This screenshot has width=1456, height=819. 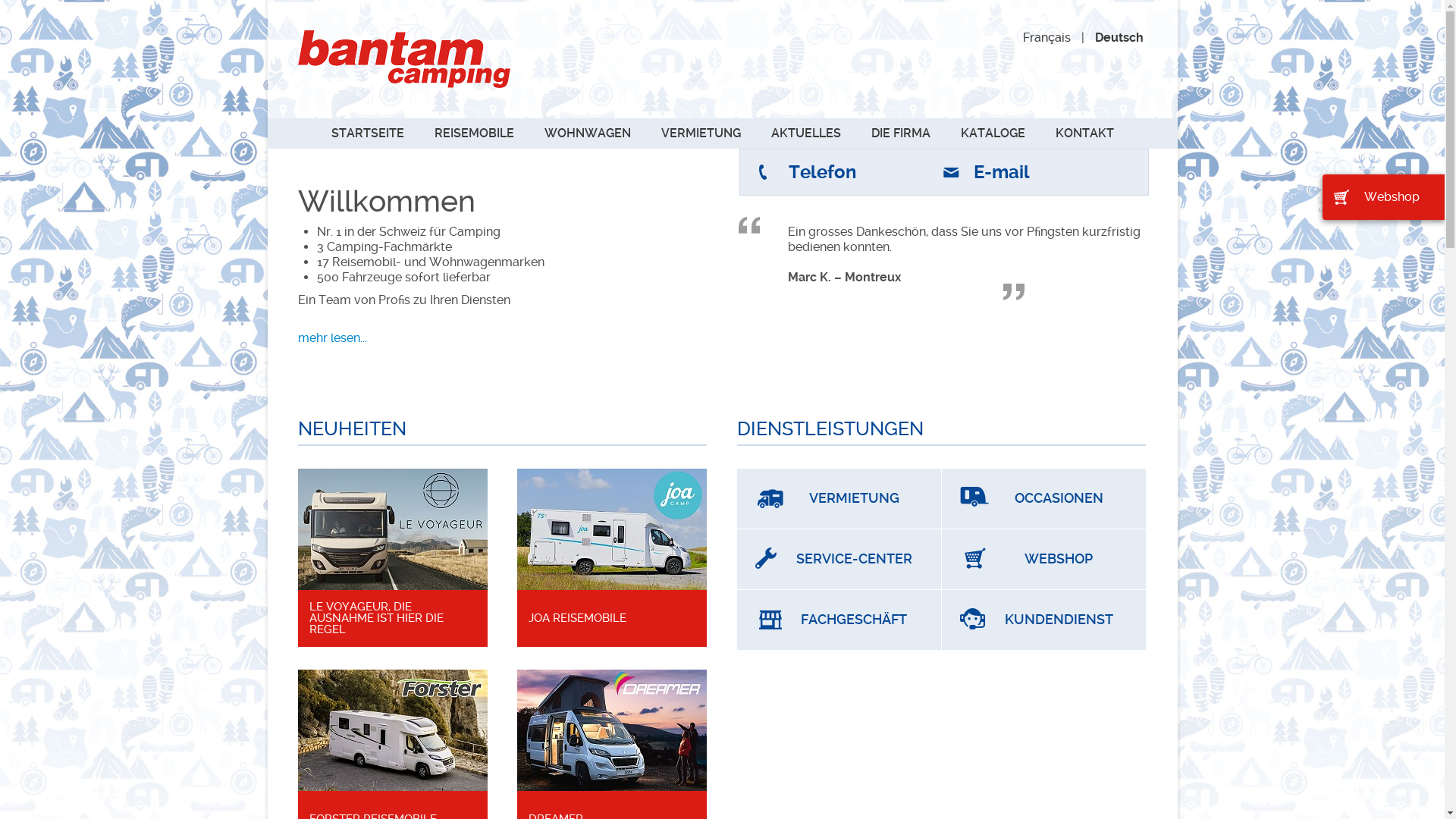 What do you see at coordinates (392, 527) in the screenshot?
I see `'Artikel lesen'` at bounding box center [392, 527].